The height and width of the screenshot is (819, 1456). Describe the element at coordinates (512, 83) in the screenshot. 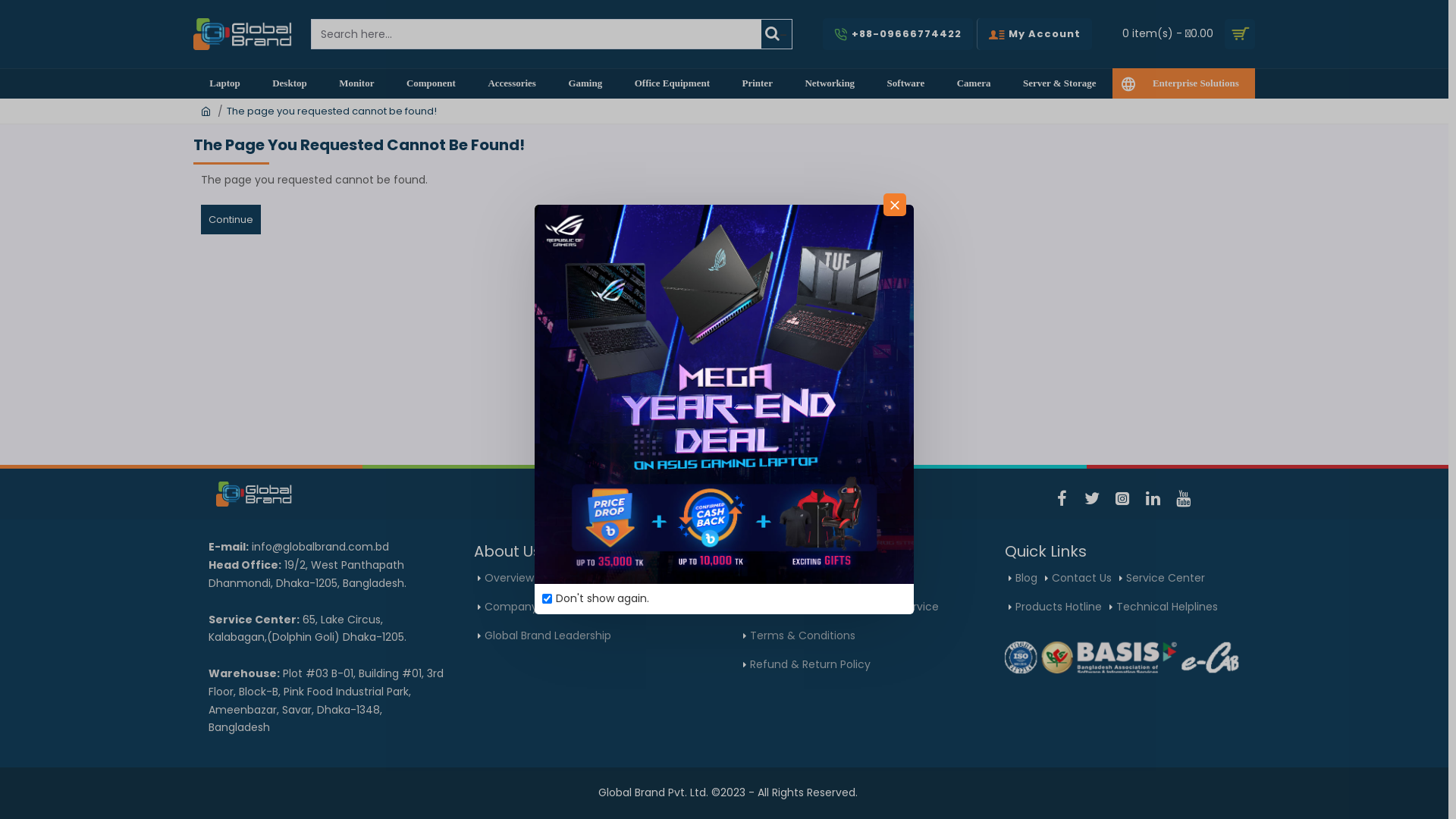

I see `'Accessories'` at that location.